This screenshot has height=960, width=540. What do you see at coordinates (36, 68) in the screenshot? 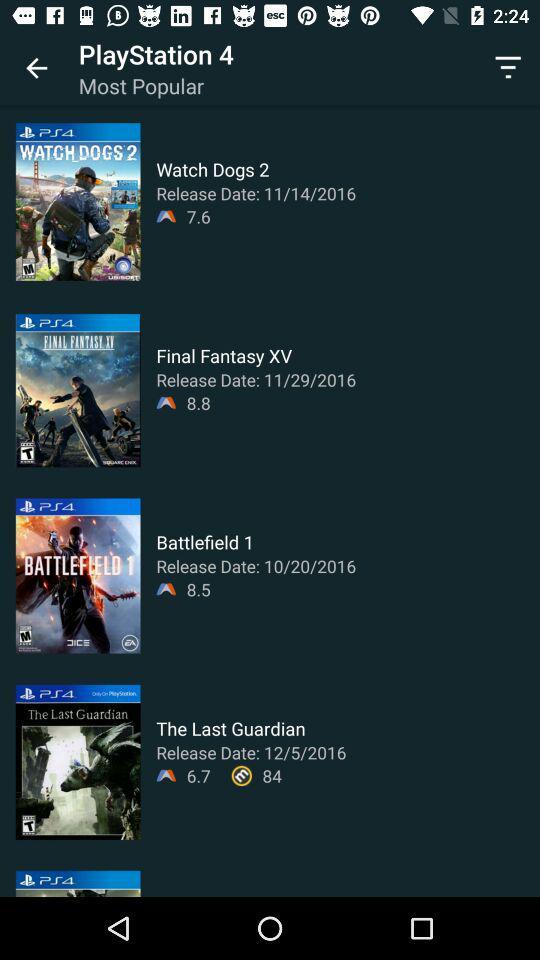
I see `icon to the left of playstation 4 icon` at bounding box center [36, 68].